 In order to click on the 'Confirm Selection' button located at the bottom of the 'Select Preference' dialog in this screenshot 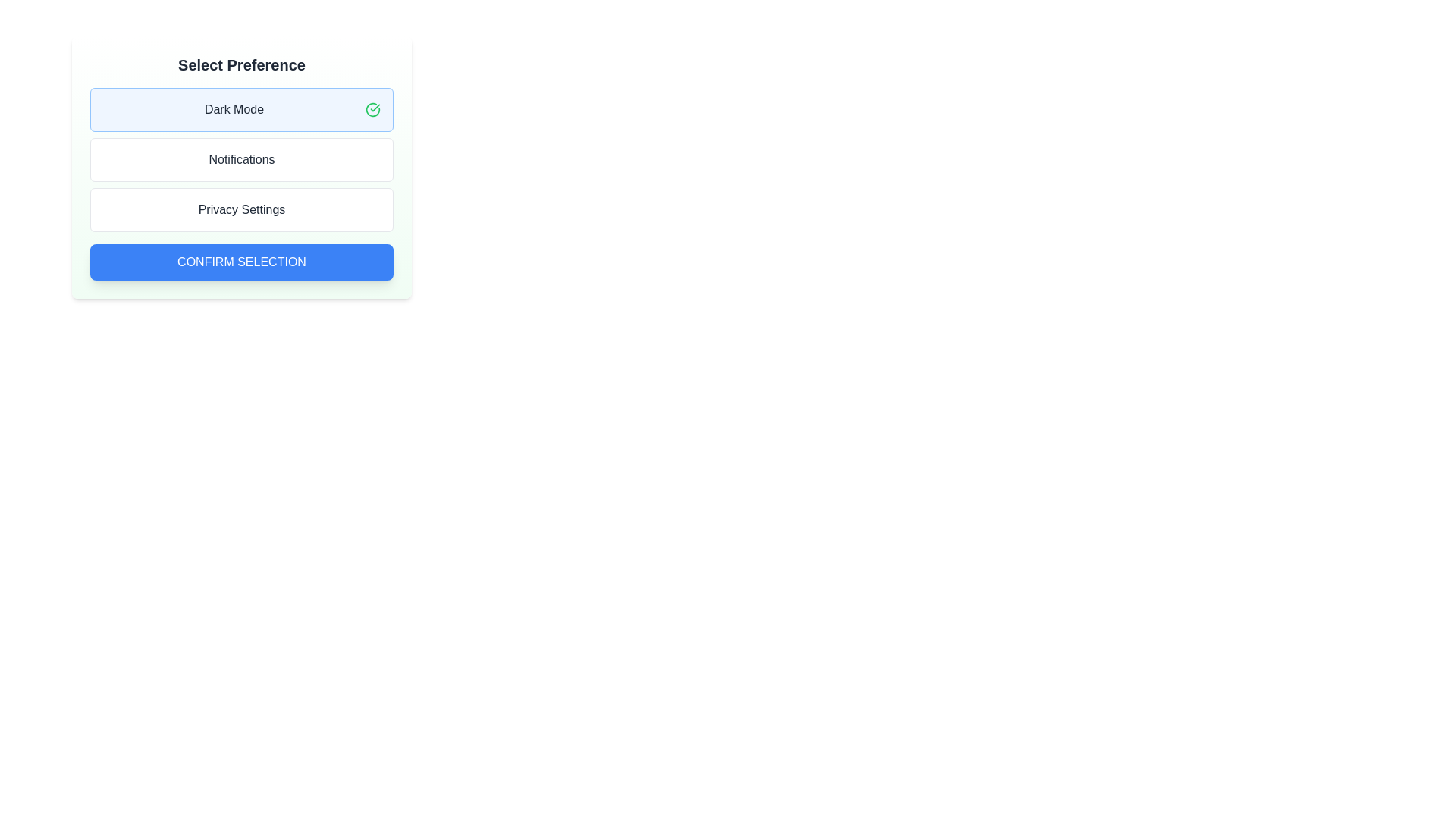, I will do `click(240, 262)`.